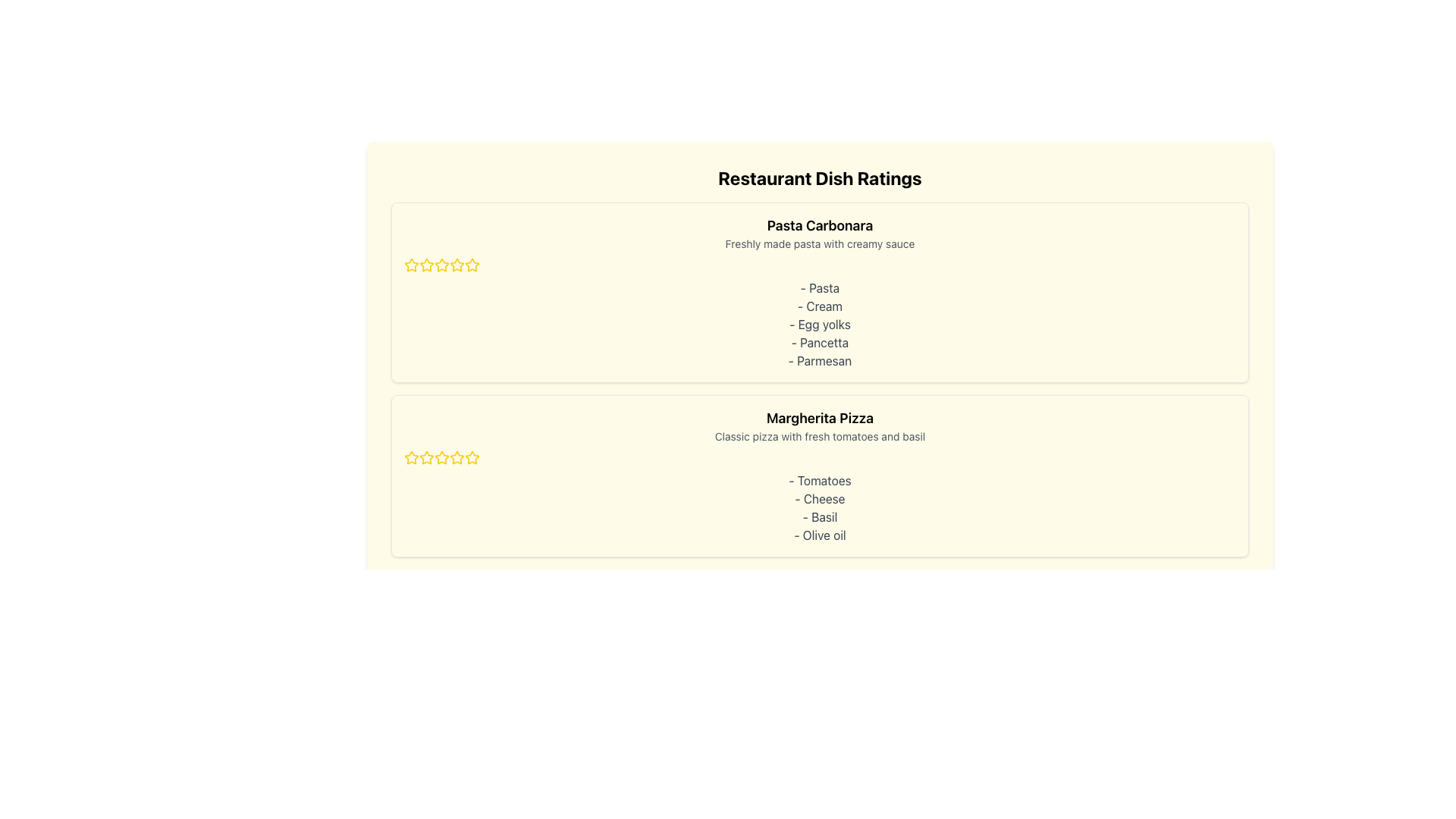  I want to click on the static text element displaying '- Parmesan' which is the fifth item in the 'Pasta Carbonara' section of the vertically listed text group, so click(819, 360).